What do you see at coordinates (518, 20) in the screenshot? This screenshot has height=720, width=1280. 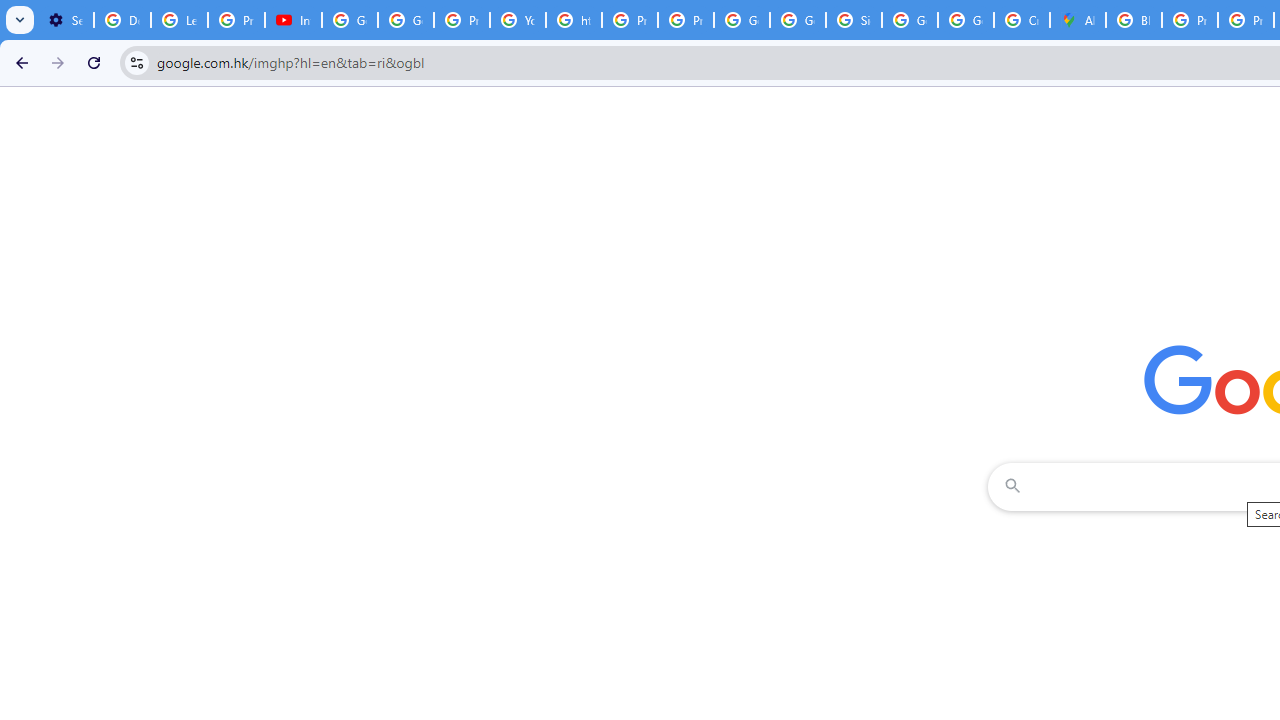 I see `'YouTube'` at bounding box center [518, 20].